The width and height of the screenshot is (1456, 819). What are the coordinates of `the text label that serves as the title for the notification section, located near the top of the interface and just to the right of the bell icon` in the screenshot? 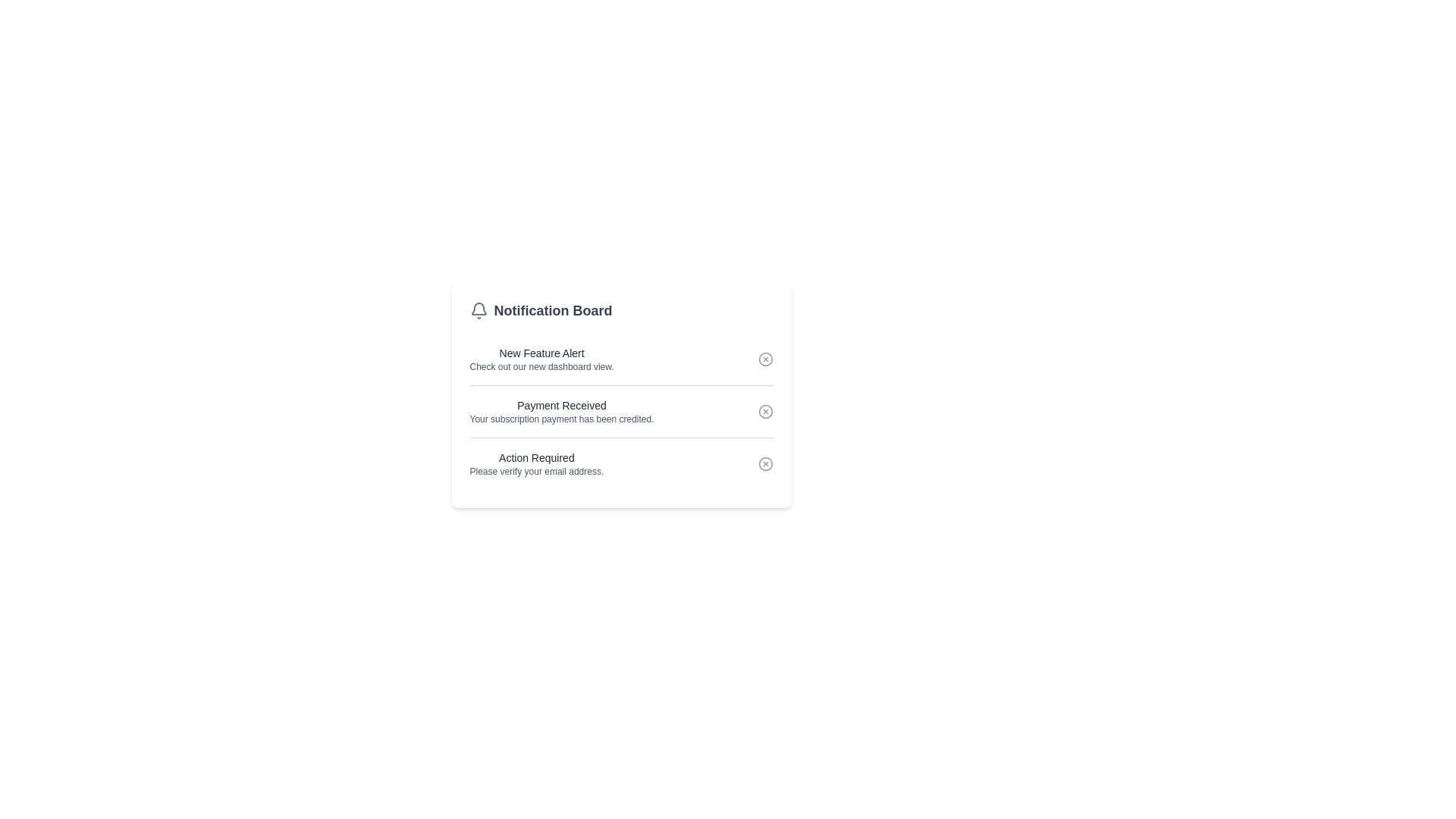 It's located at (552, 309).